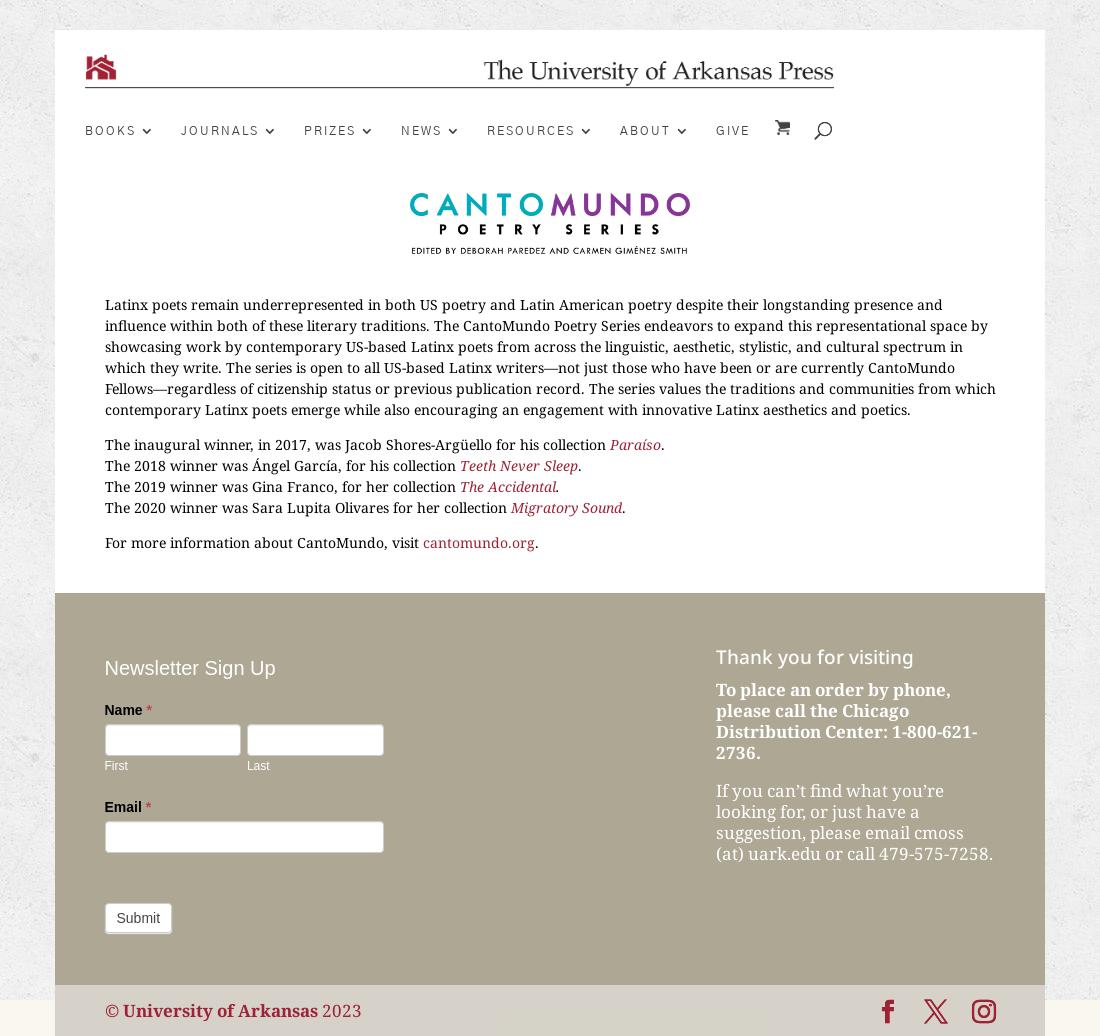  What do you see at coordinates (420, 130) in the screenshot?
I see `'News'` at bounding box center [420, 130].